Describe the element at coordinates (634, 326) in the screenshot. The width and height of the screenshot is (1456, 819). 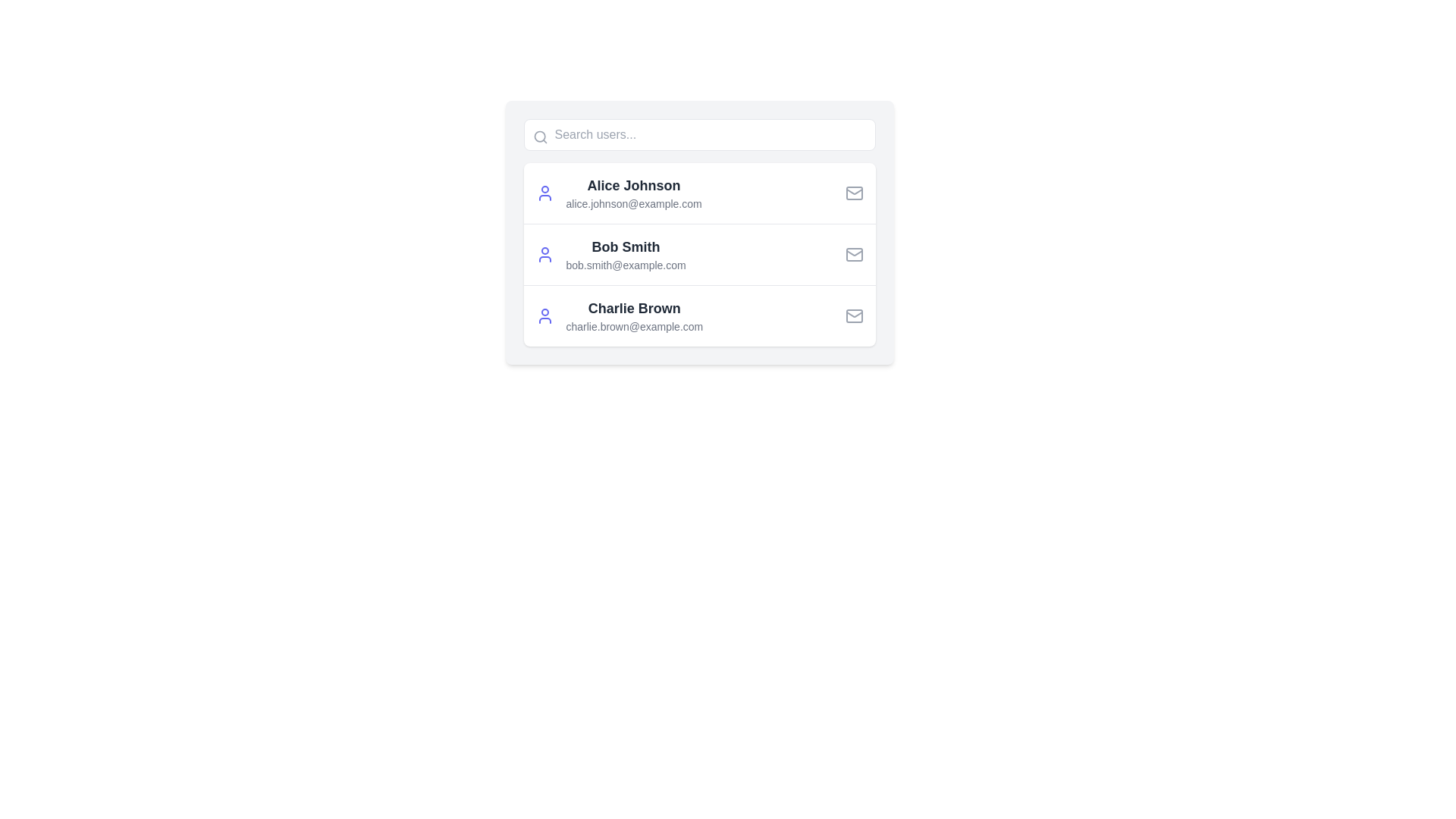
I see `the static text label displaying the email address for 'Charlie Brown', which is located at the bottom of the entry and aligned with the left edge of the name` at that location.